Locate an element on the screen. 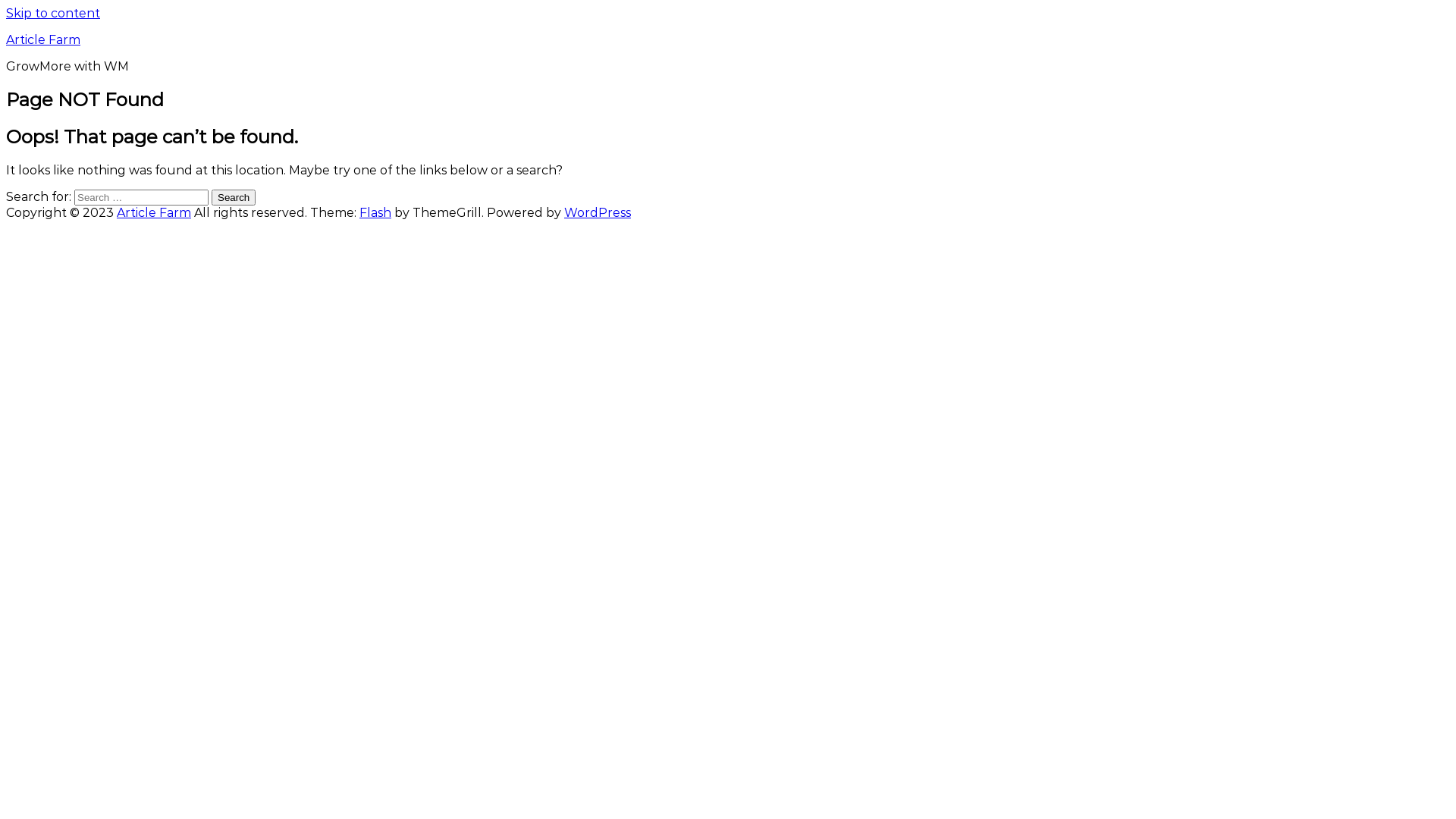 This screenshot has height=819, width=1456. 'WordPress' is located at coordinates (596, 212).